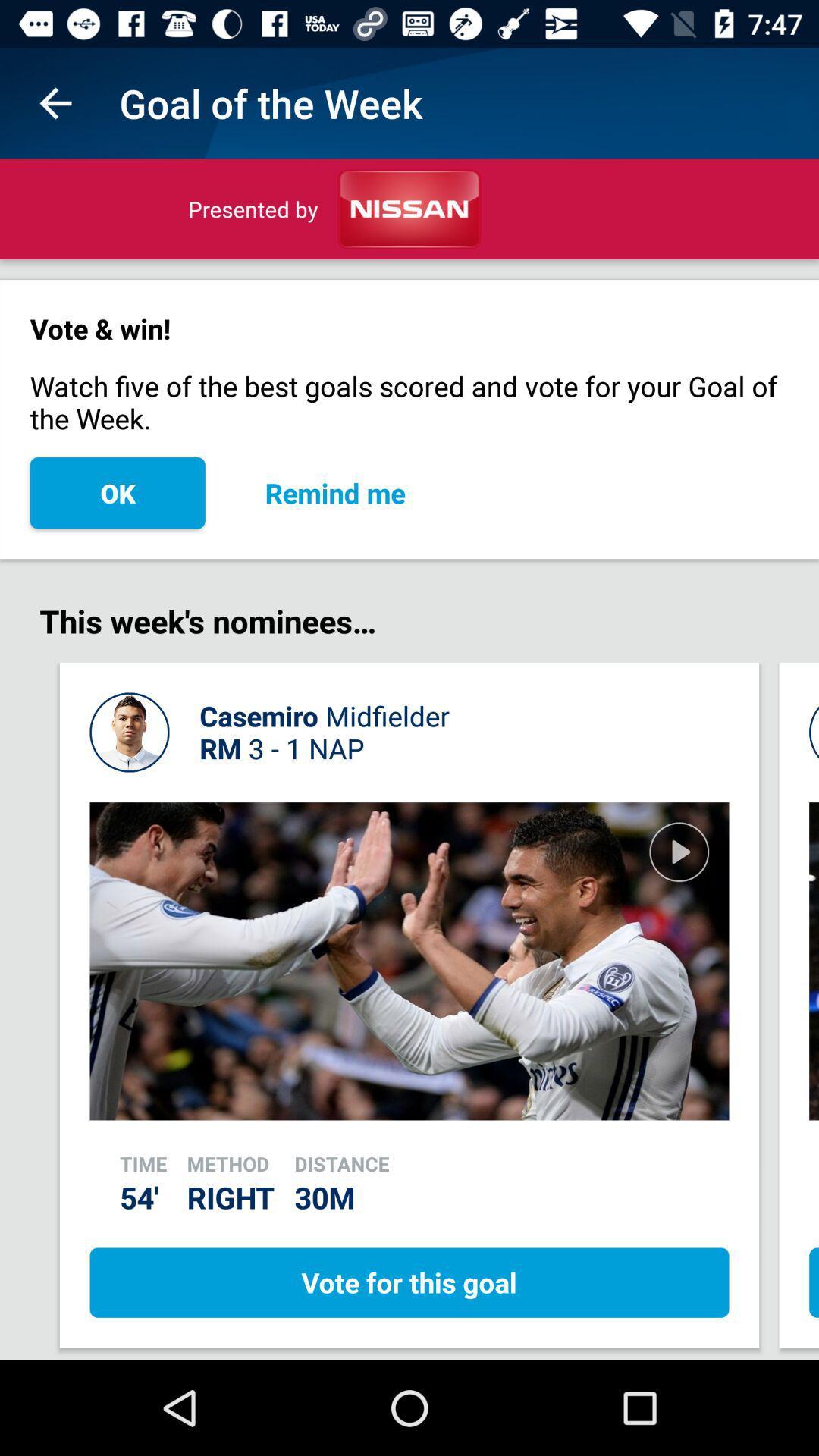 Image resolution: width=819 pixels, height=1456 pixels. What do you see at coordinates (55, 102) in the screenshot?
I see `the app next to the goal of the icon` at bounding box center [55, 102].